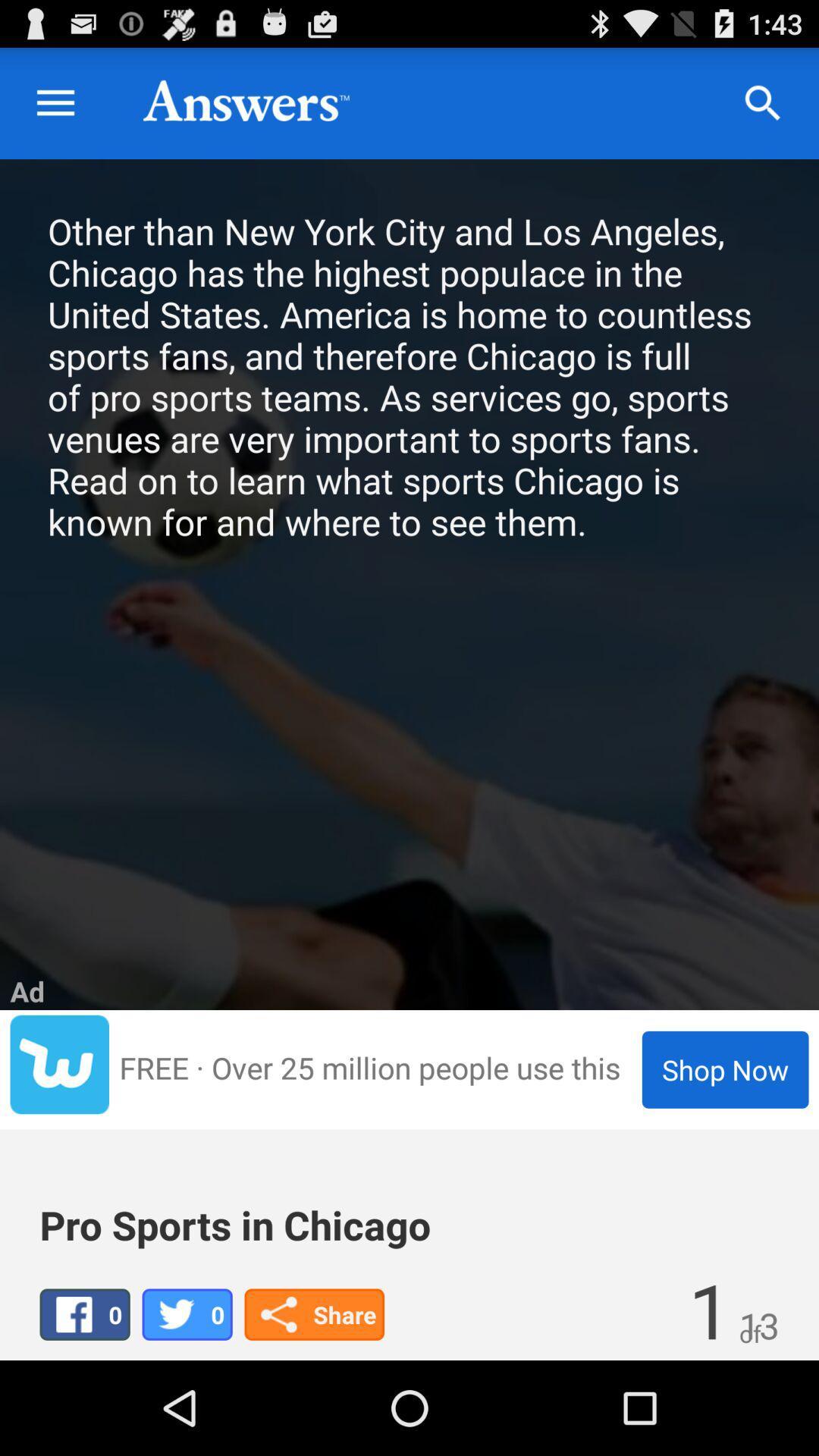 This screenshot has width=819, height=1456. What do you see at coordinates (55, 110) in the screenshot?
I see `the menu icon` at bounding box center [55, 110].